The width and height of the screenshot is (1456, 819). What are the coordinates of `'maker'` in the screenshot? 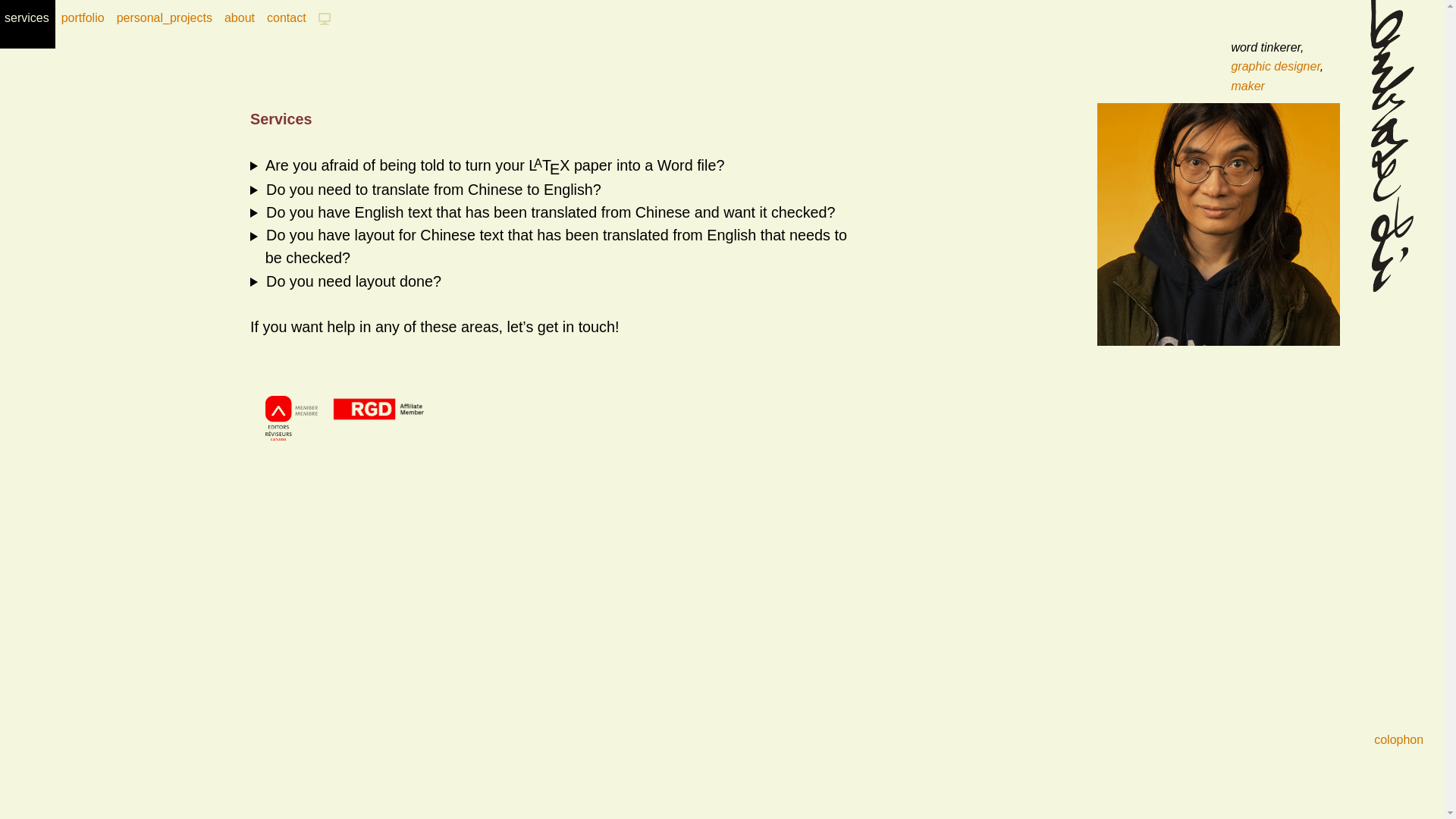 It's located at (1247, 86).